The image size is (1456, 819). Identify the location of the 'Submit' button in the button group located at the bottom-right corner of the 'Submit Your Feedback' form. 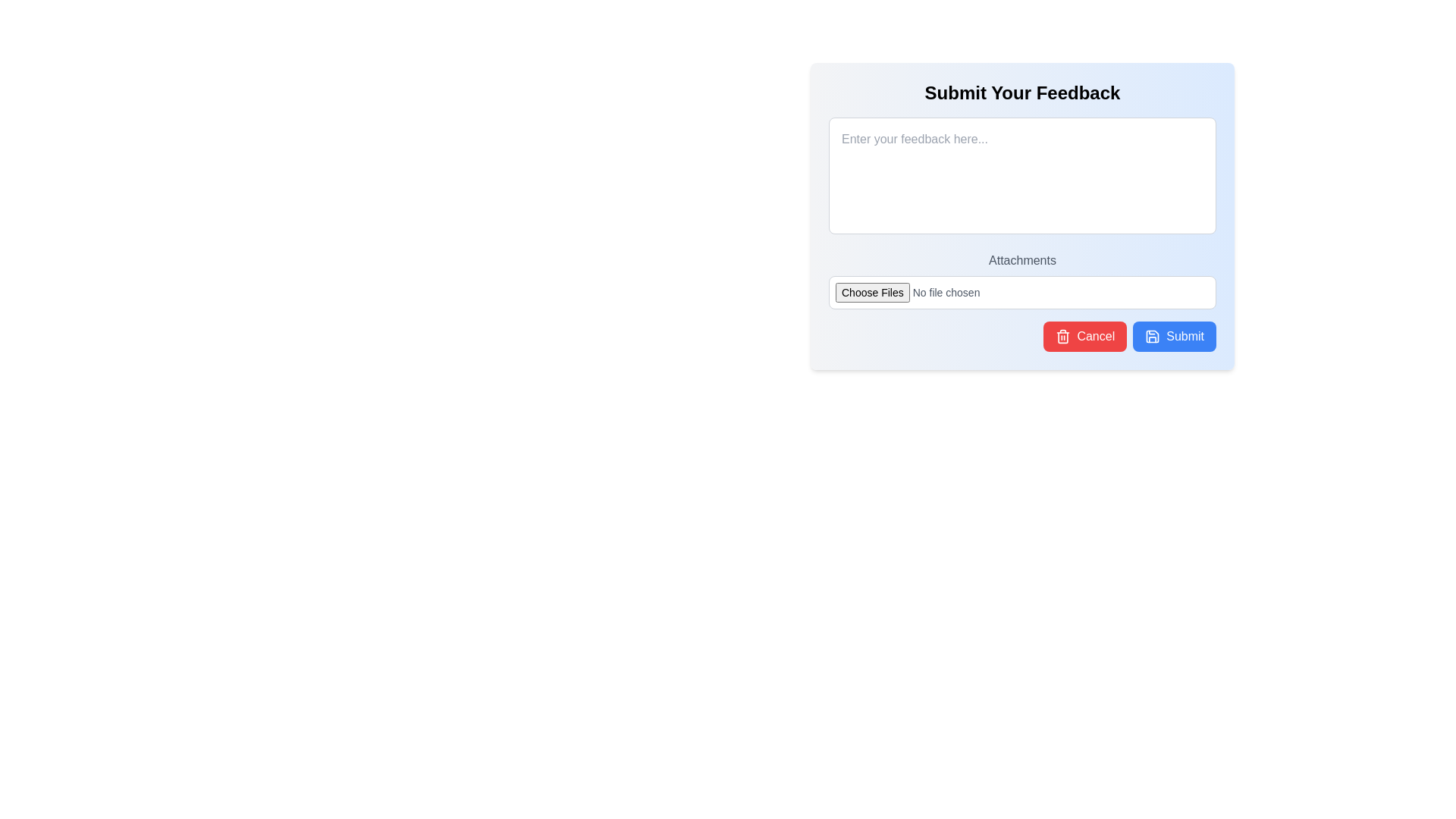
(1022, 335).